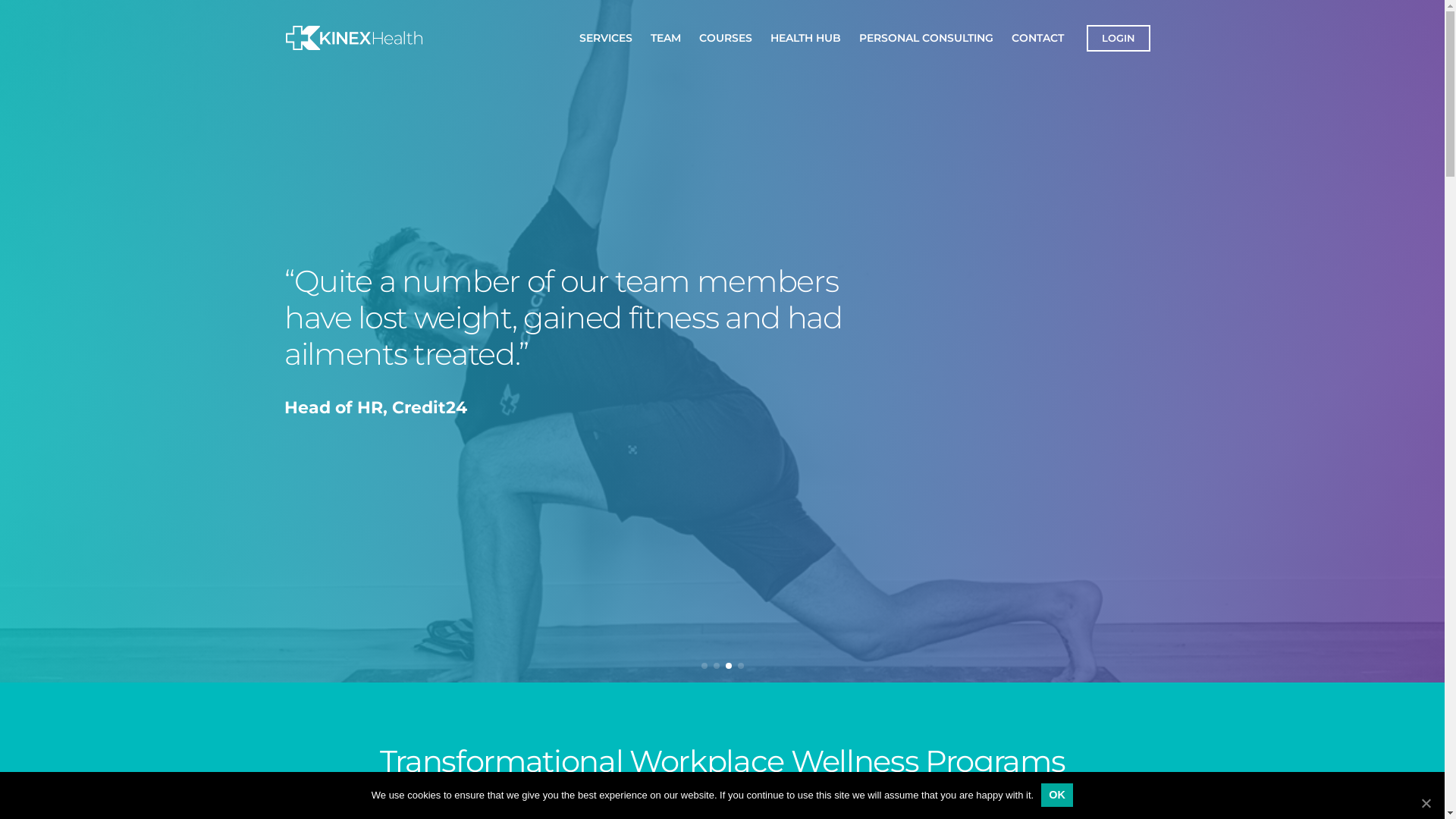  Describe the element at coordinates (924, 36) in the screenshot. I see `'PERSONAL CONSULTING'` at that location.